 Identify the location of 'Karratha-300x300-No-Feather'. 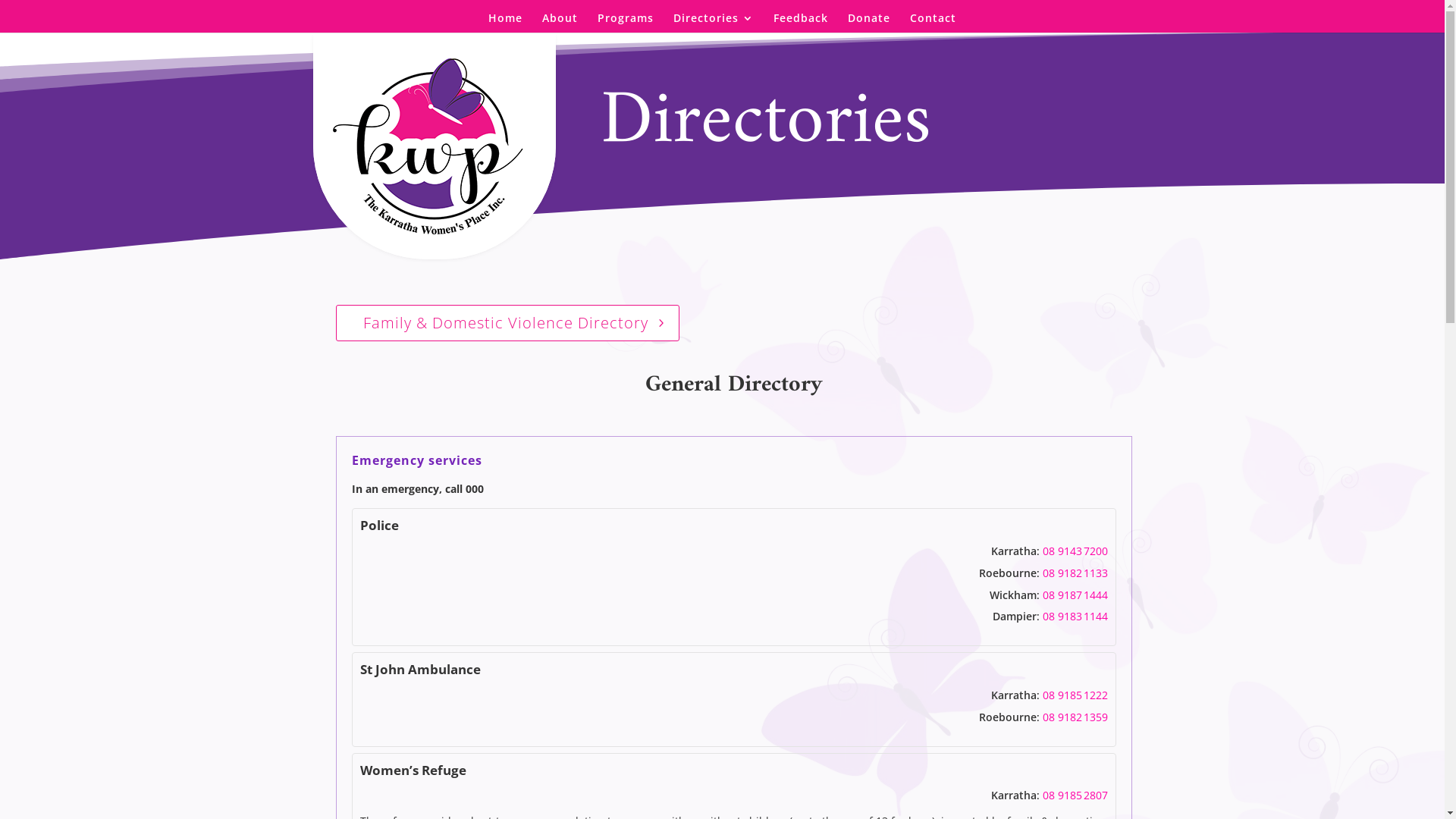
(319, 146).